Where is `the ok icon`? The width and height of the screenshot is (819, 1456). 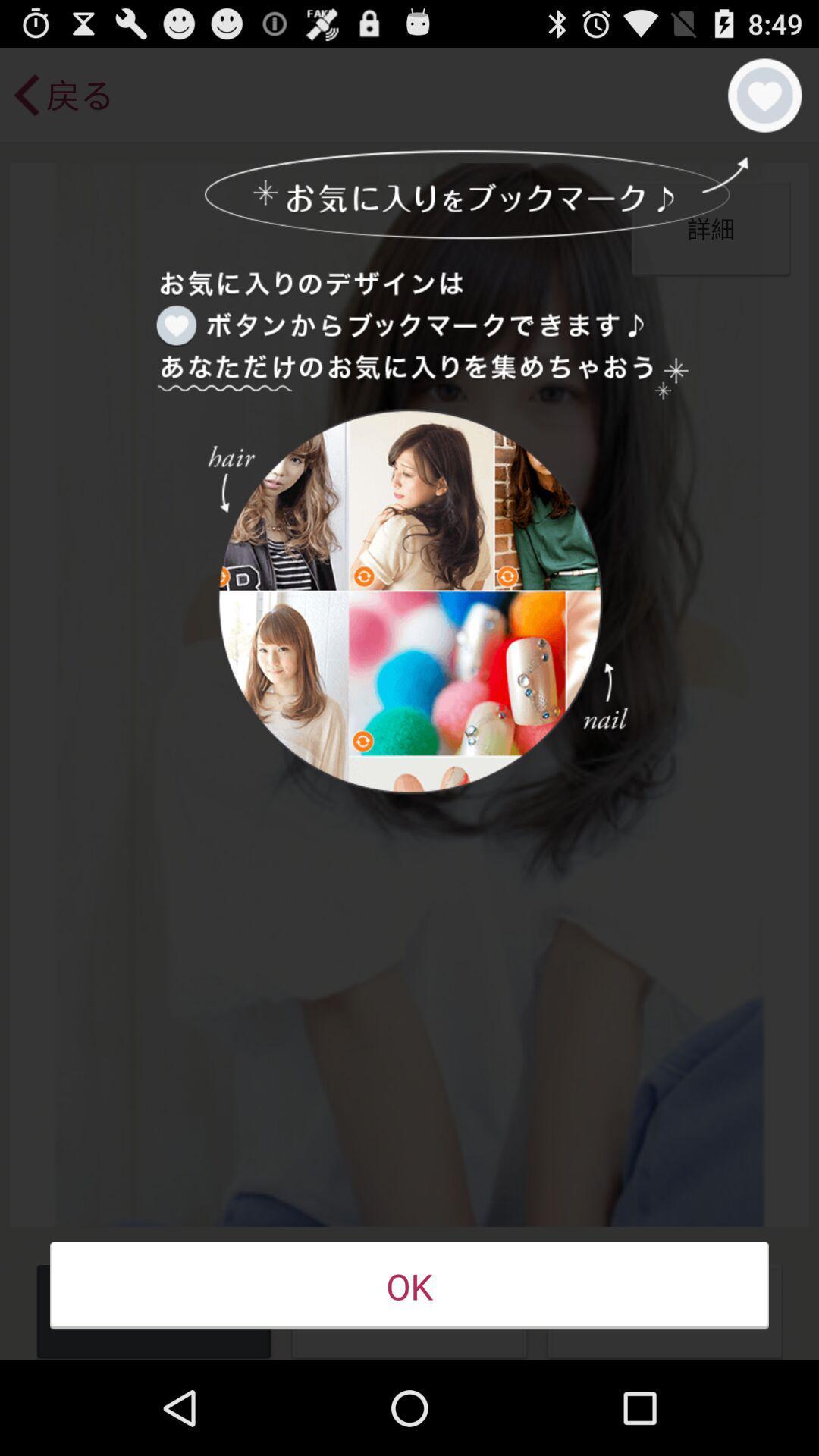 the ok icon is located at coordinates (409, 1285).